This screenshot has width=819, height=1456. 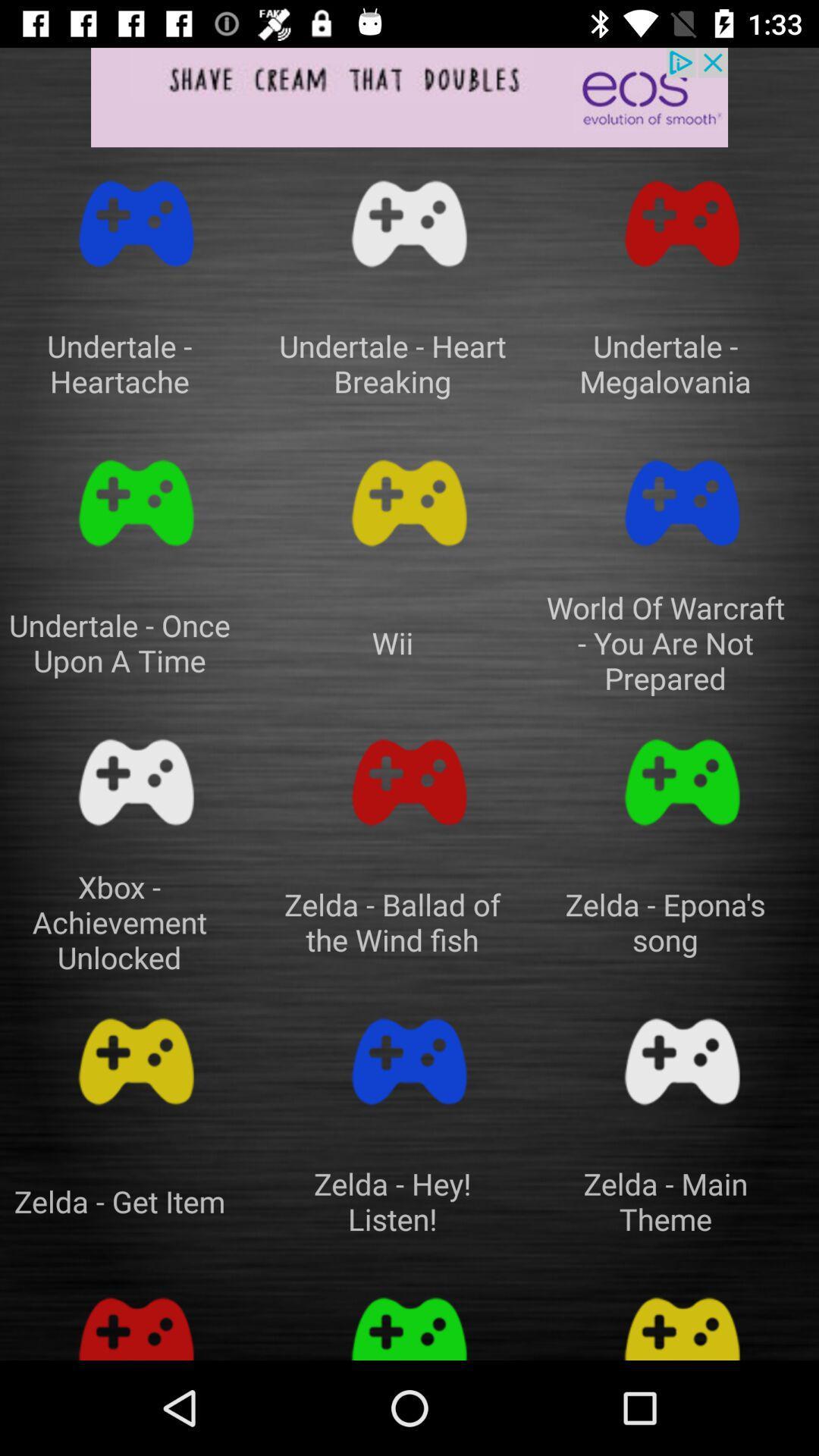 I want to click on choose an item, so click(x=136, y=1061).